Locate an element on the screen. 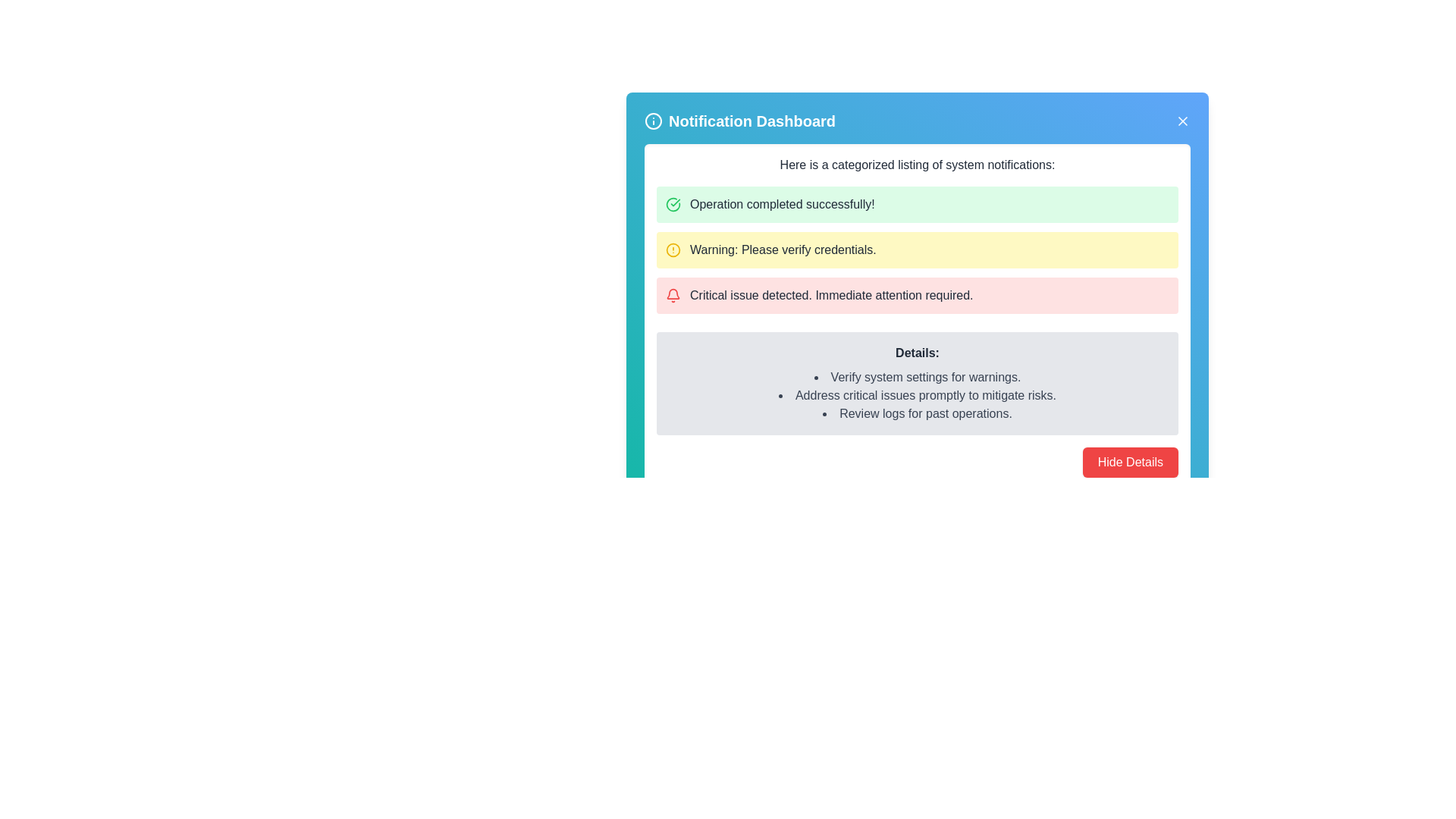 The width and height of the screenshot is (1456, 819). text of the warning notification that displays 'Critical issue detected. Immediate attention required.' which is highlighted in a pink background is located at coordinates (830, 295).